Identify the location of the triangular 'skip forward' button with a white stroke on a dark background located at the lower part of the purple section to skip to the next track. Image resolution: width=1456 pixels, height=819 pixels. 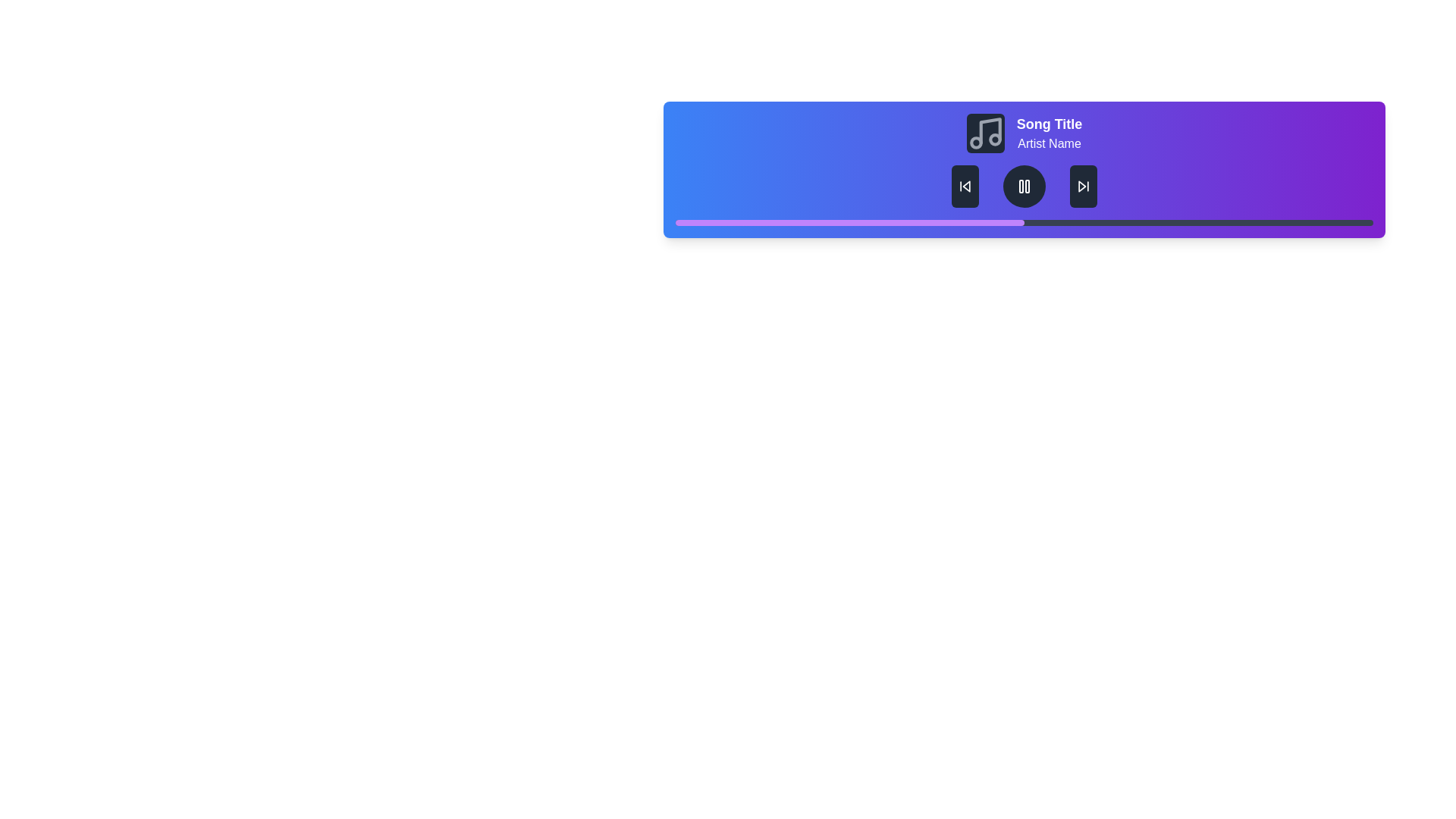
(1083, 186).